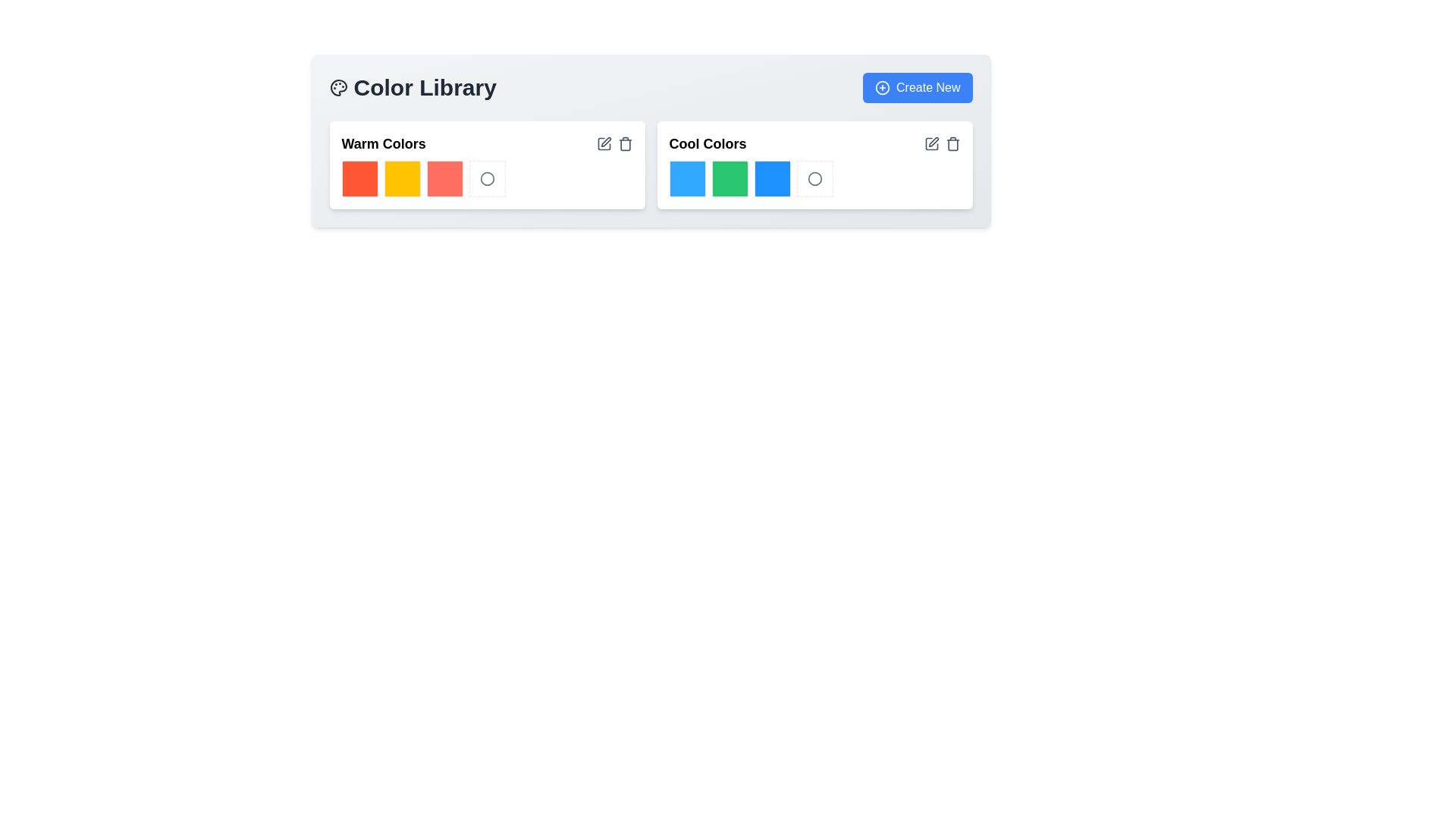 Image resolution: width=1456 pixels, height=819 pixels. Describe the element at coordinates (603, 143) in the screenshot. I see `the pencil icon button located in the upper-right corner of the 'Warm Colors' section to initiate an action` at that location.